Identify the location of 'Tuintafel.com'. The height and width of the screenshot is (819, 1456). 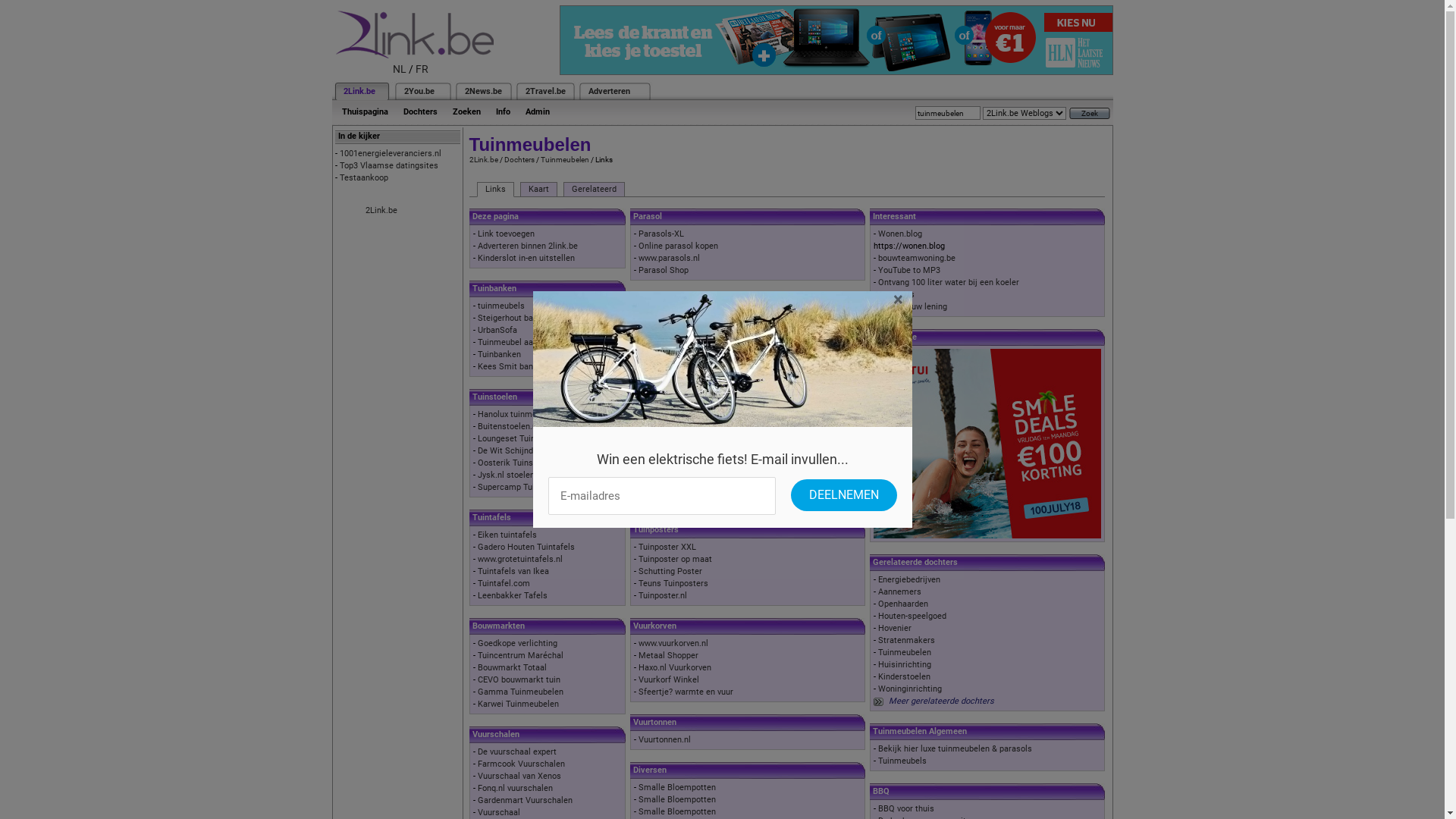
(504, 582).